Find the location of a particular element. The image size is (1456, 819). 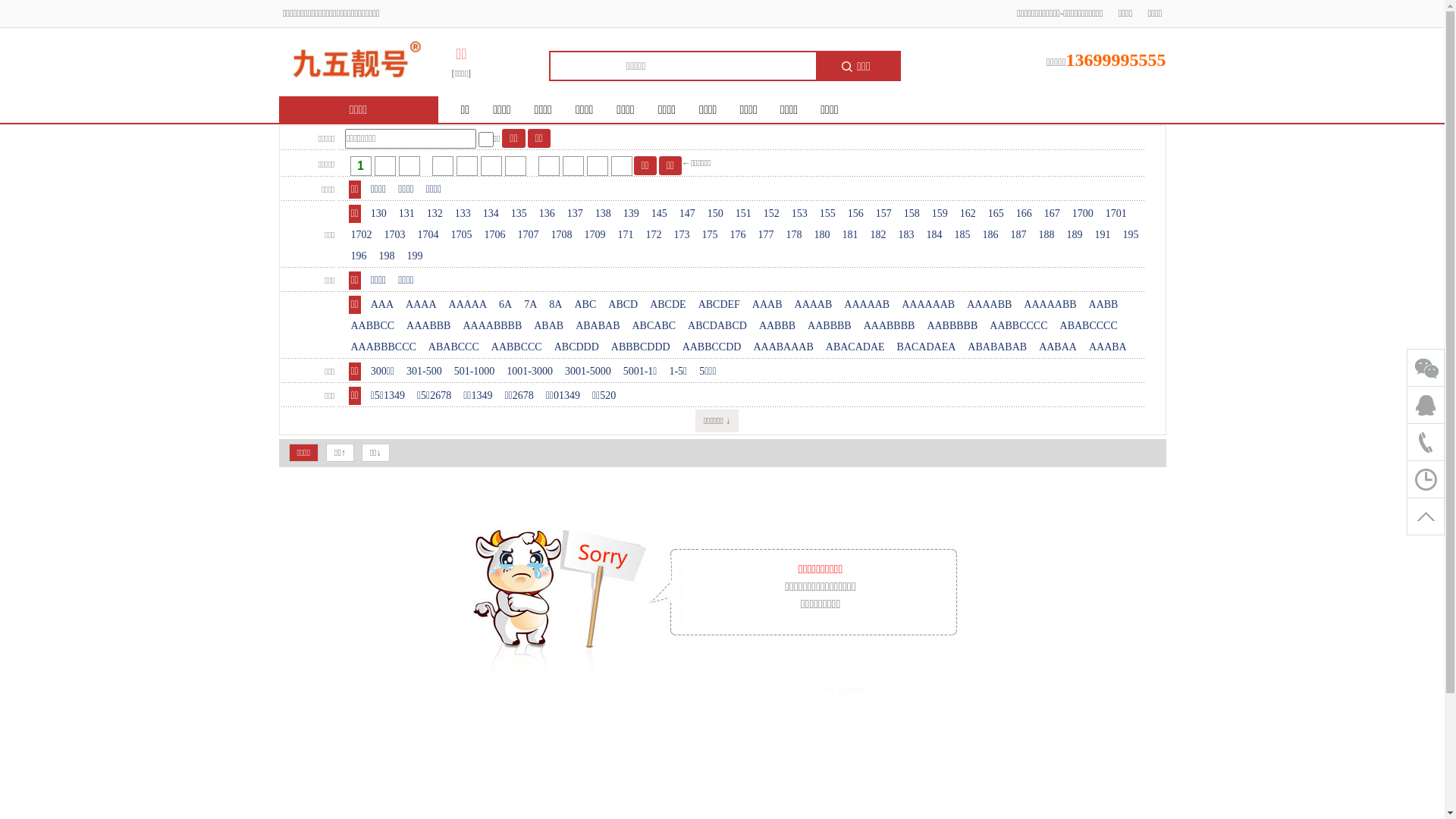

'1707' is located at coordinates (528, 234).